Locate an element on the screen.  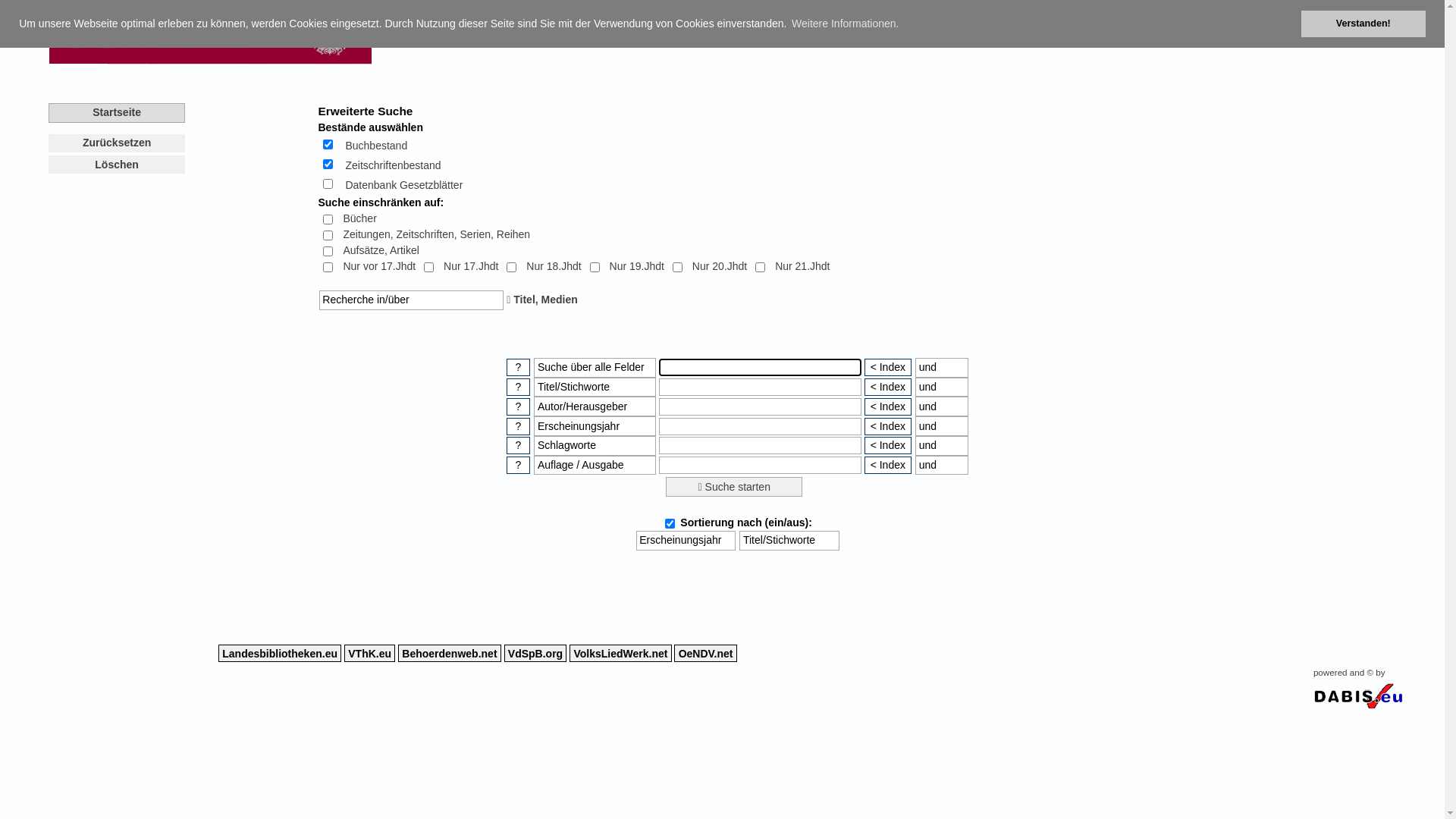
'Startseite' is located at coordinates (115, 112).